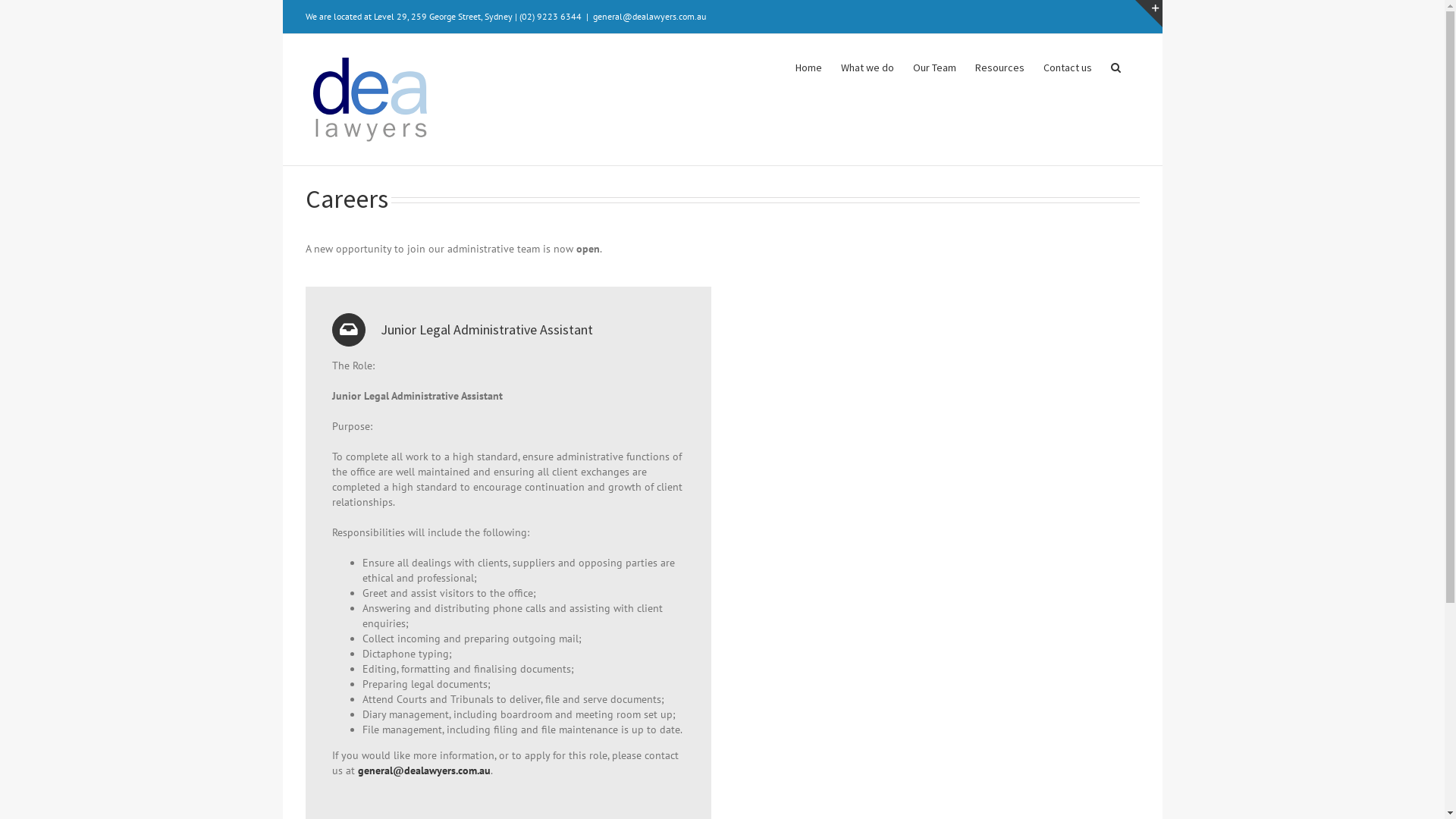 The height and width of the screenshot is (819, 1456). Describe the element at coordinates (866, 65) in the screenshot. I see `'What we do'` at that location.